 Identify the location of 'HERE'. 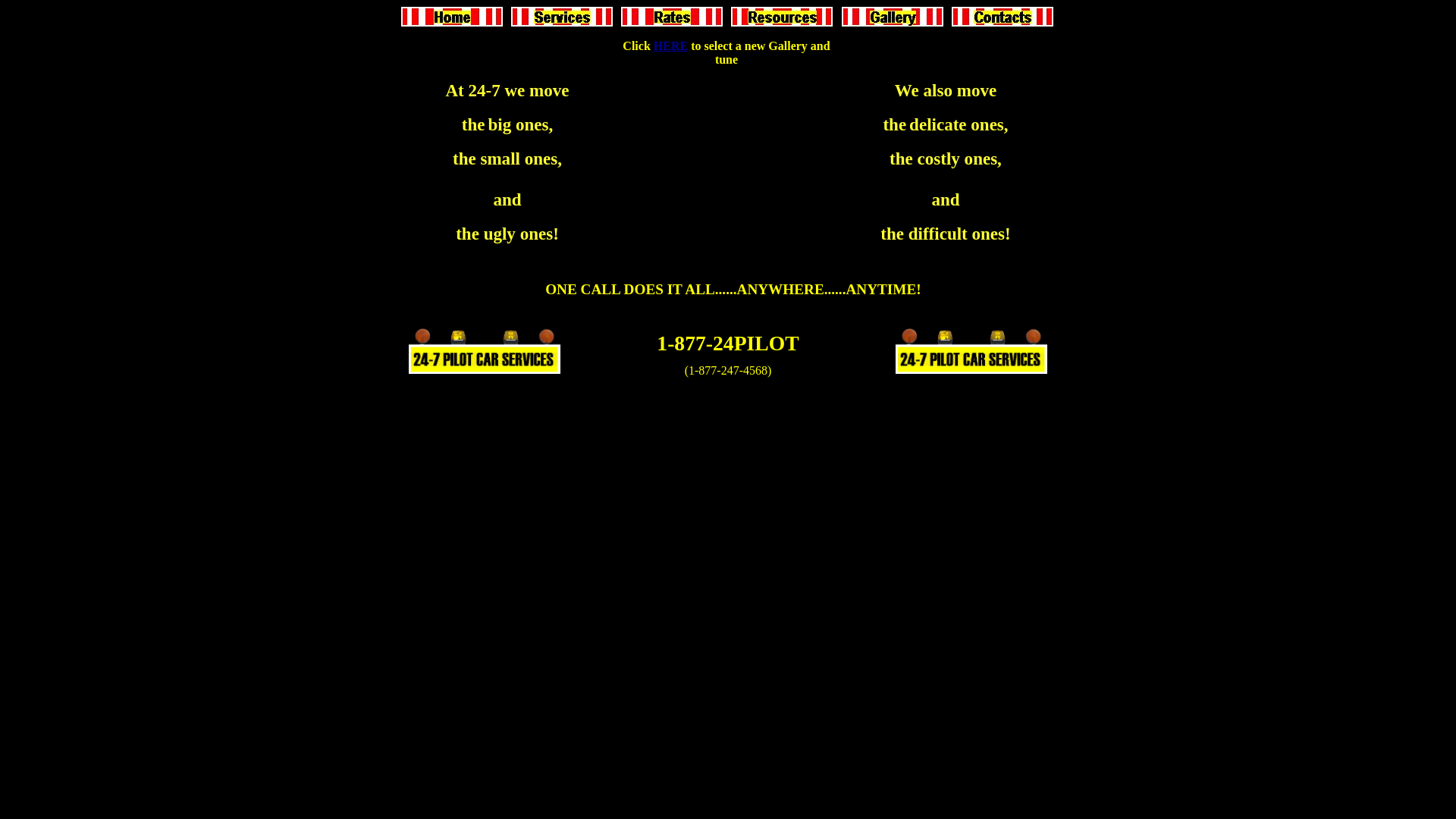
(670, 45).